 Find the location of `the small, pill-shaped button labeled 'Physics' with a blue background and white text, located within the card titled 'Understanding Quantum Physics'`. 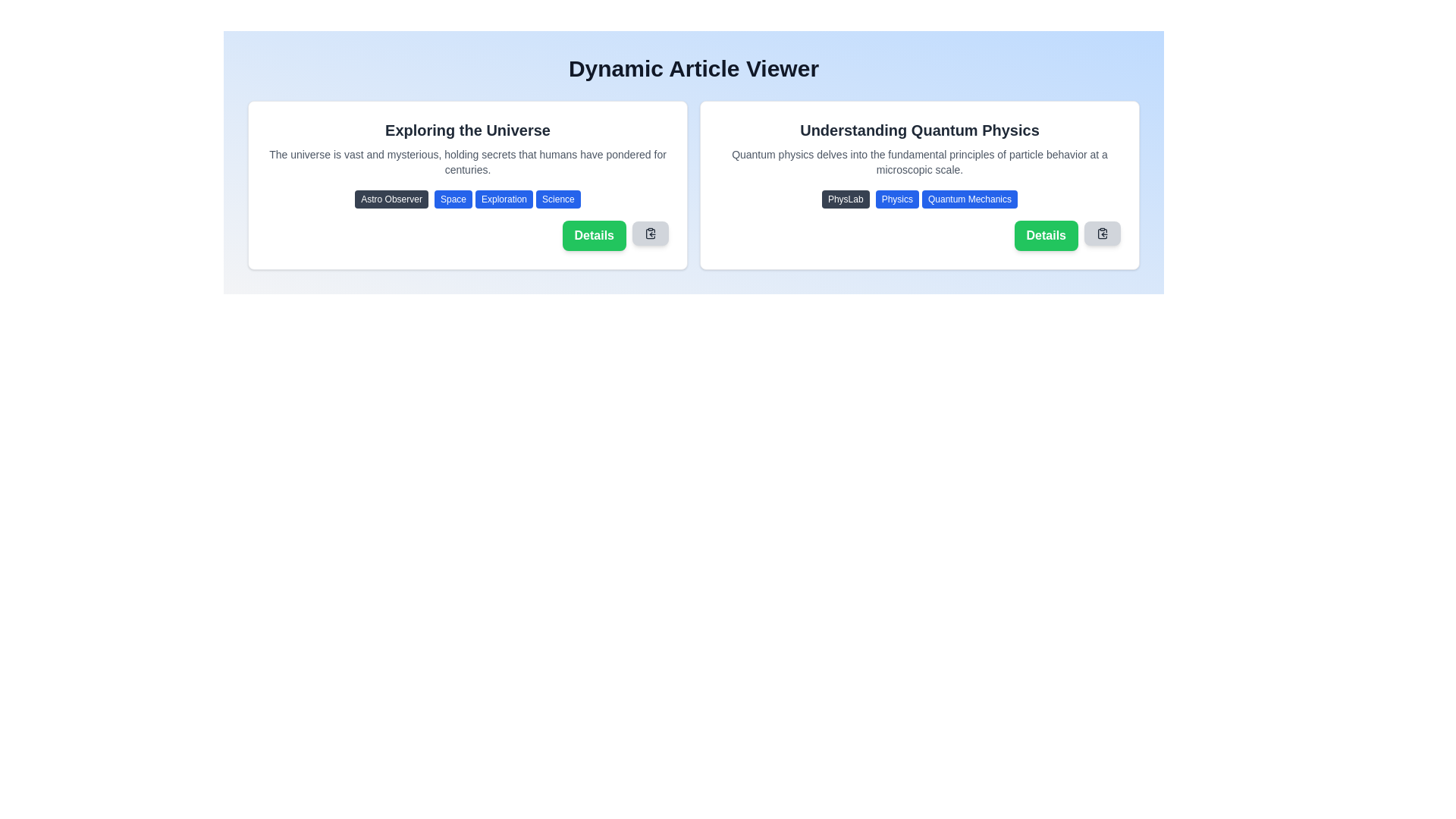

the small, pill-shaped button labeled 'Physics' with a blue background and white text, located within the card titled 'Understanding Quantum Physics' is located at coordinates (897, 198).